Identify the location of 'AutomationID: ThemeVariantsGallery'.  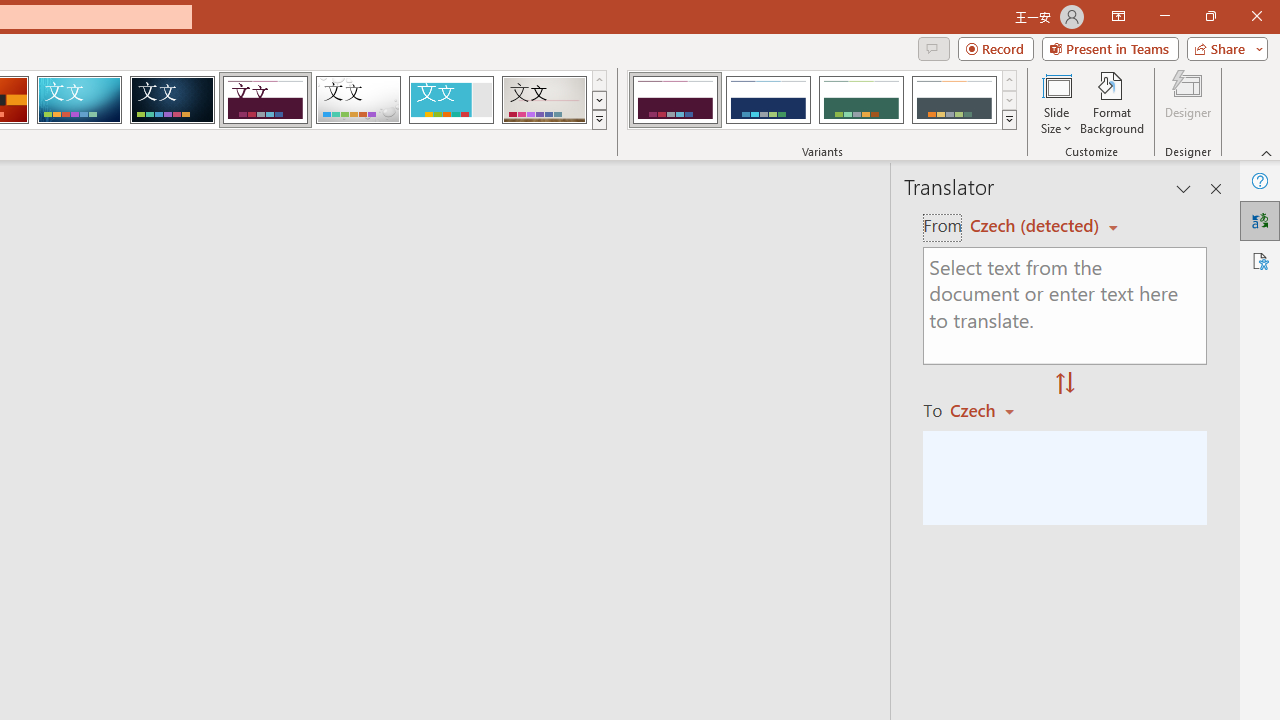
(823, 100).